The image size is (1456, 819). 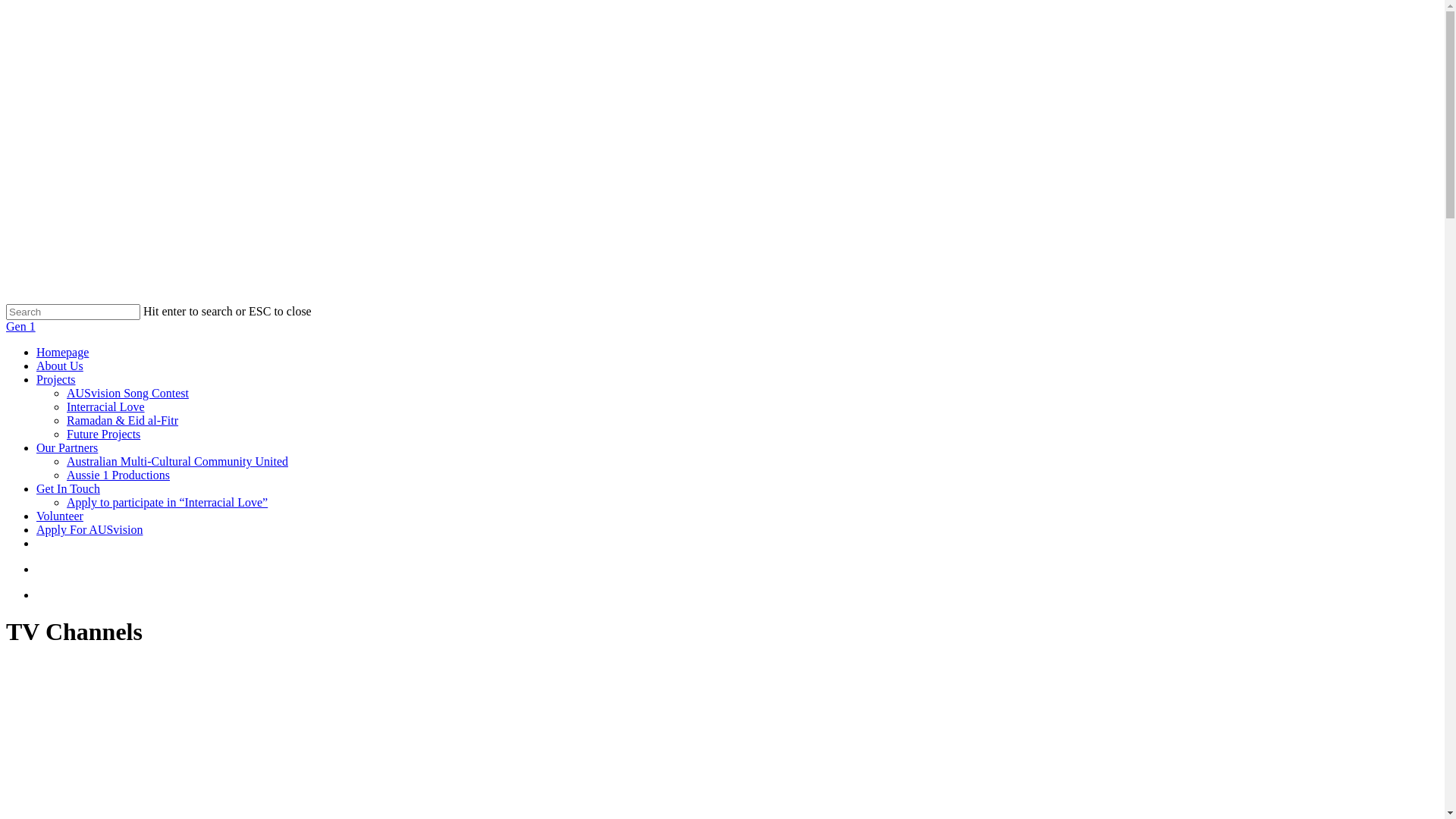 What do you see at coordinates (59, 515) in the screenshot?
I see `'Volunteer'` at bounding box center [59, 515].